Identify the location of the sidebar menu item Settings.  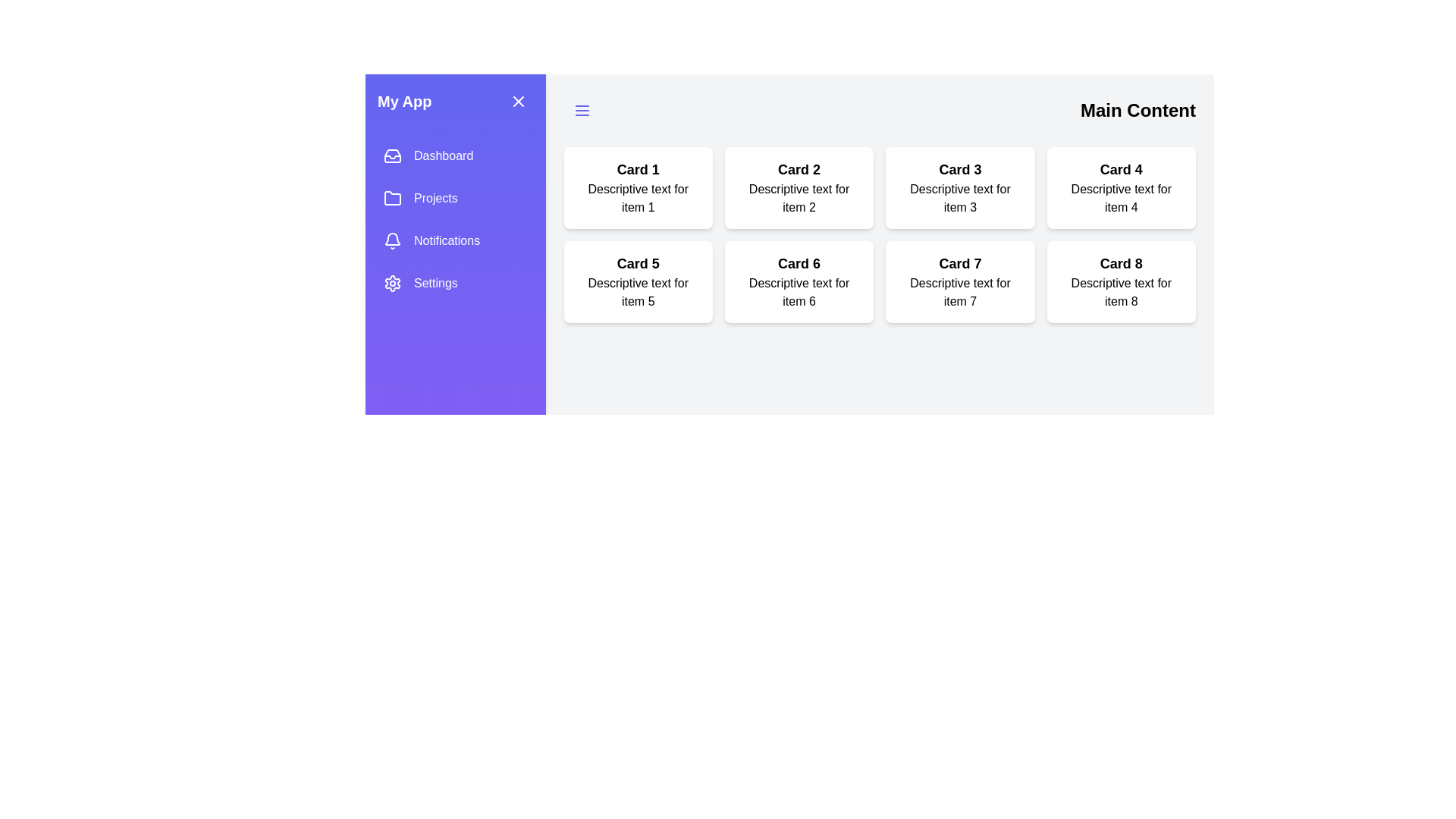
(454, 284).